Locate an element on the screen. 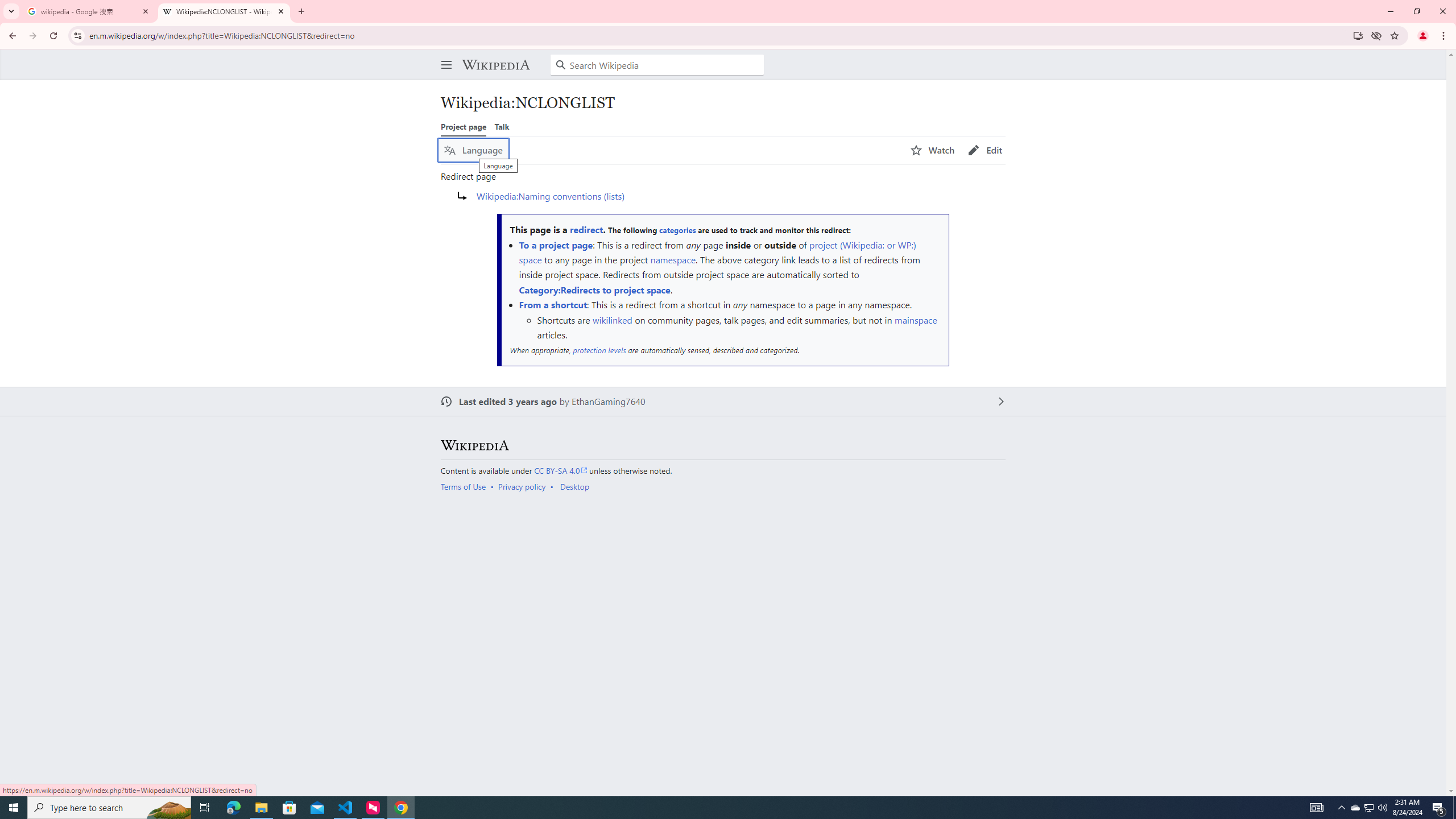 The height and width of the screenshot is (819, 1456). 'categories' is located at coordinates (677, 230).